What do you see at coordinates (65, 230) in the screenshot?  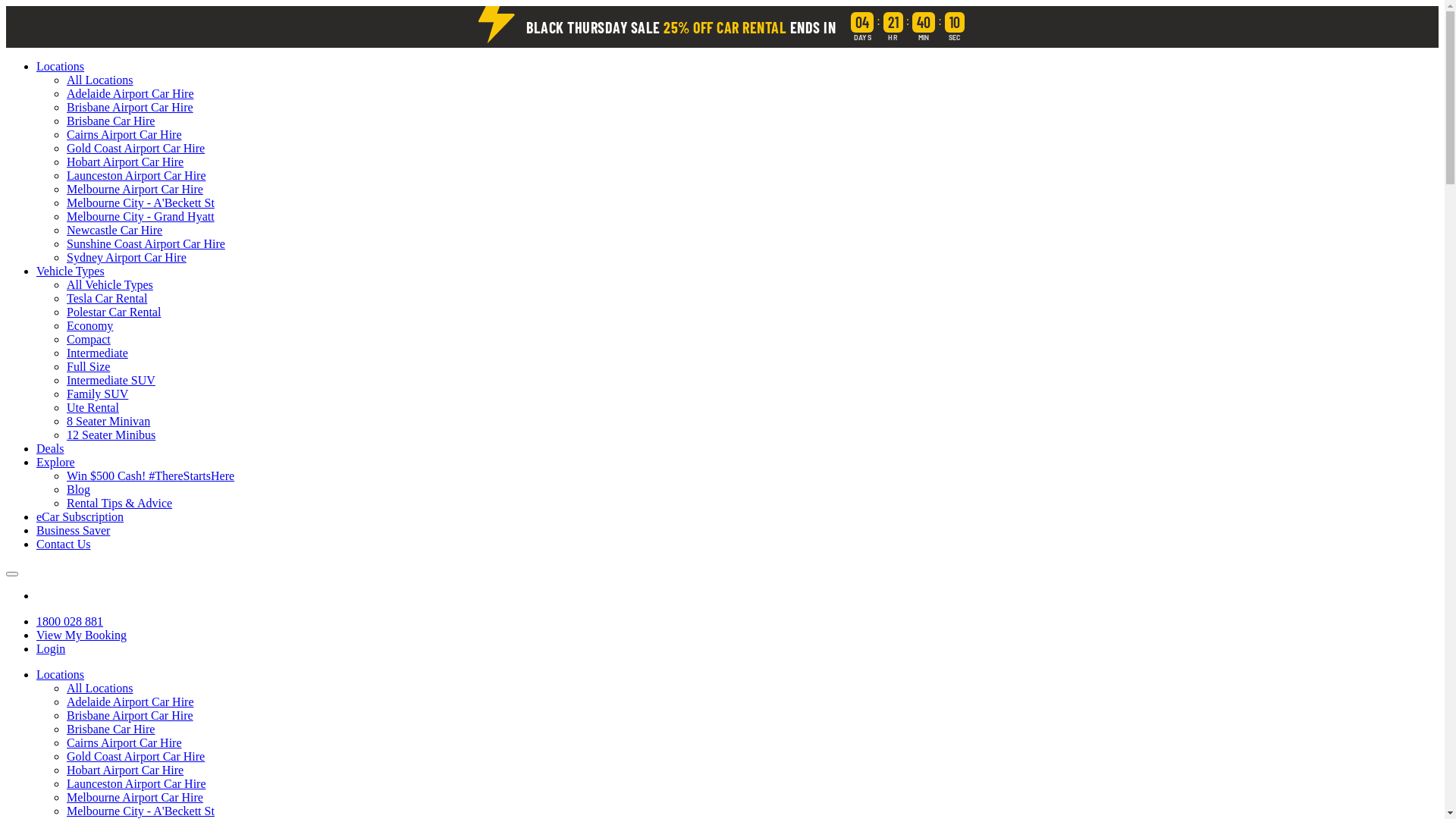 I see `'Newcastle Car Hire'` at bounding box center [65, 230].